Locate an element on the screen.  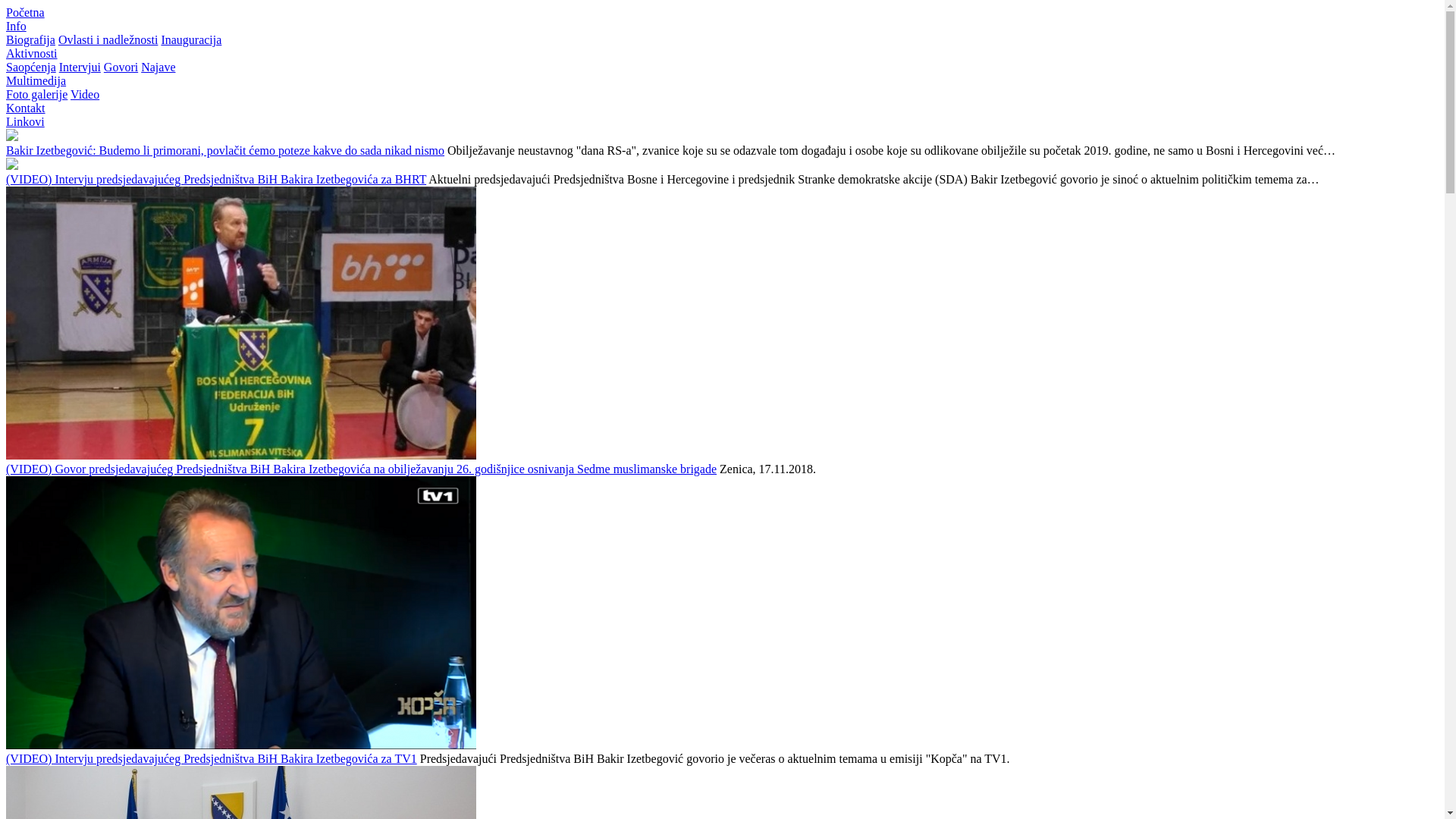
'Inauguracija' is located at coordinates (190, 39).